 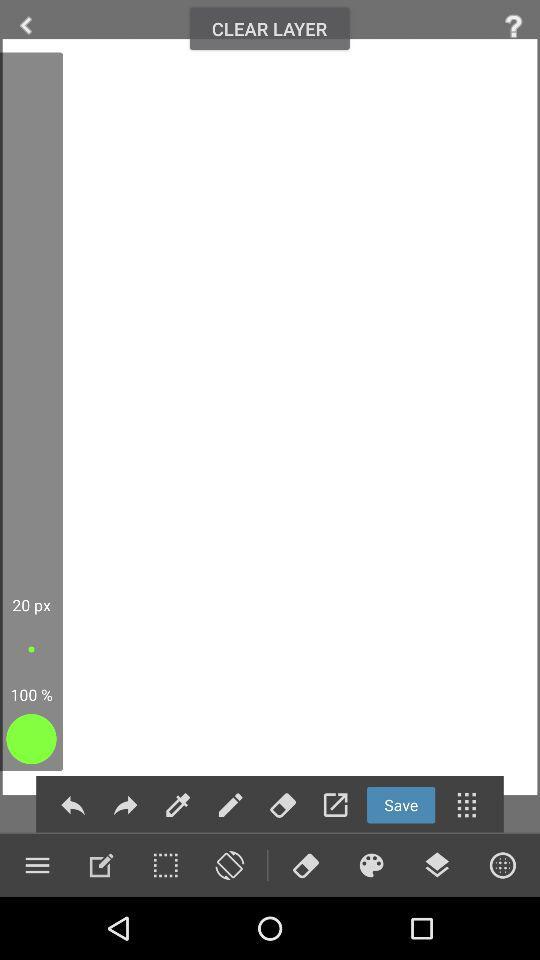 What do you see at coordinates (370, 864) in the screenshot?
I see `color option` at bounding box center [370, 864].